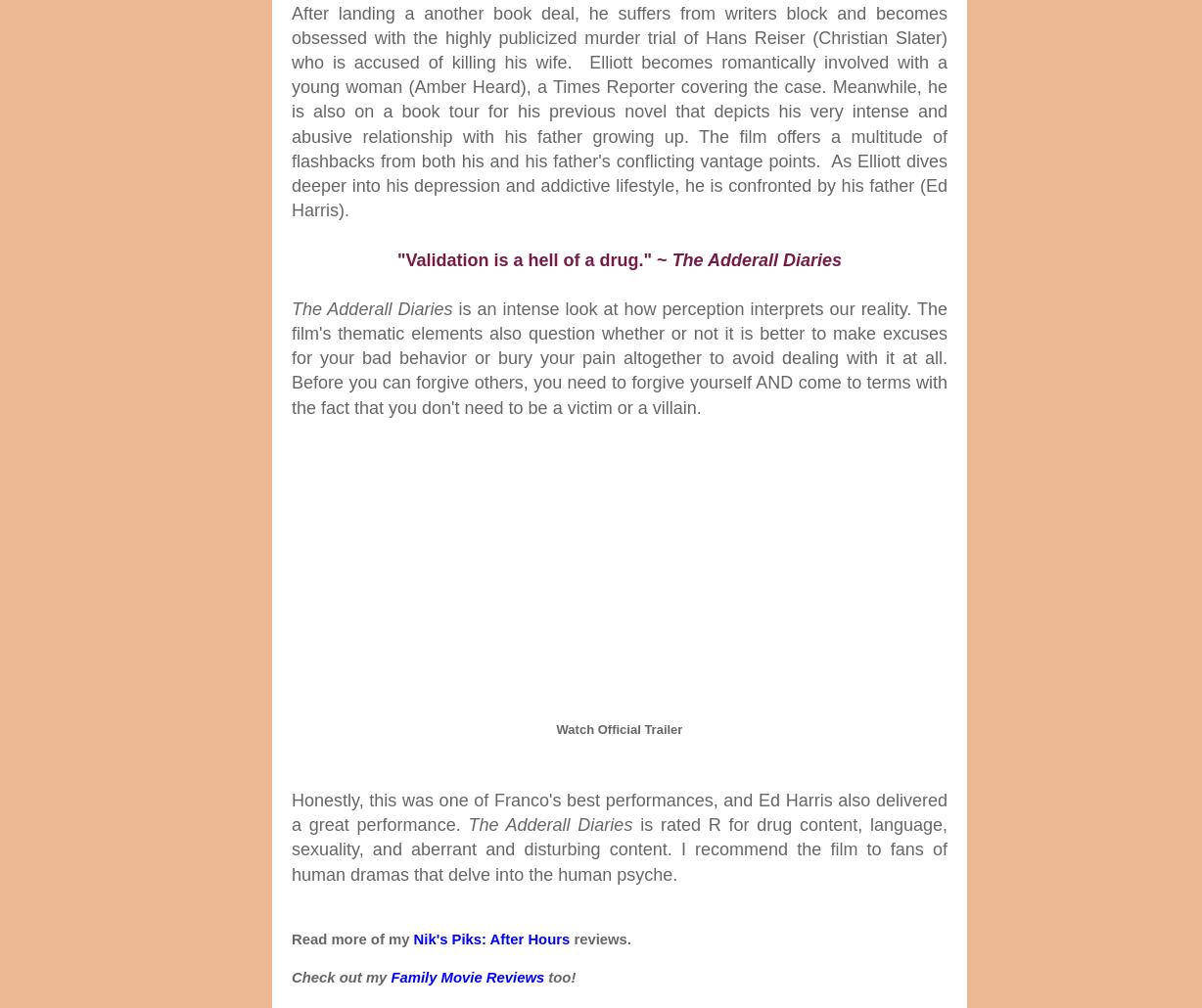 Image resolution: width=1202 pixels, height=1008 pixels. Describe the element at coordinates (341, 976) in the screenshot. I see `'Check out my'` at that location.